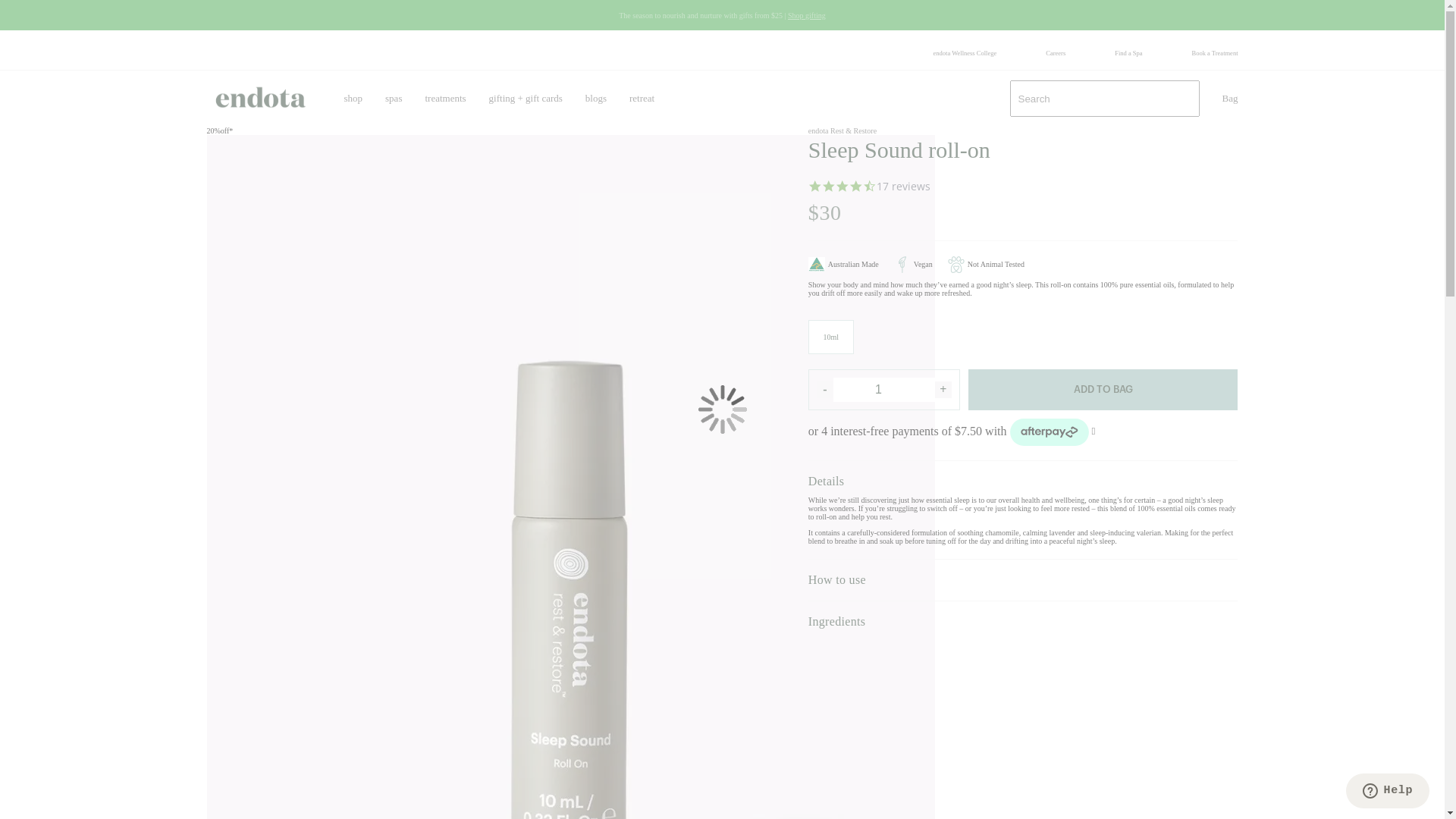 The height and width of the screenshot is (819, 1456). I want to click on 'gifting + gift cards', so click(526, 99).